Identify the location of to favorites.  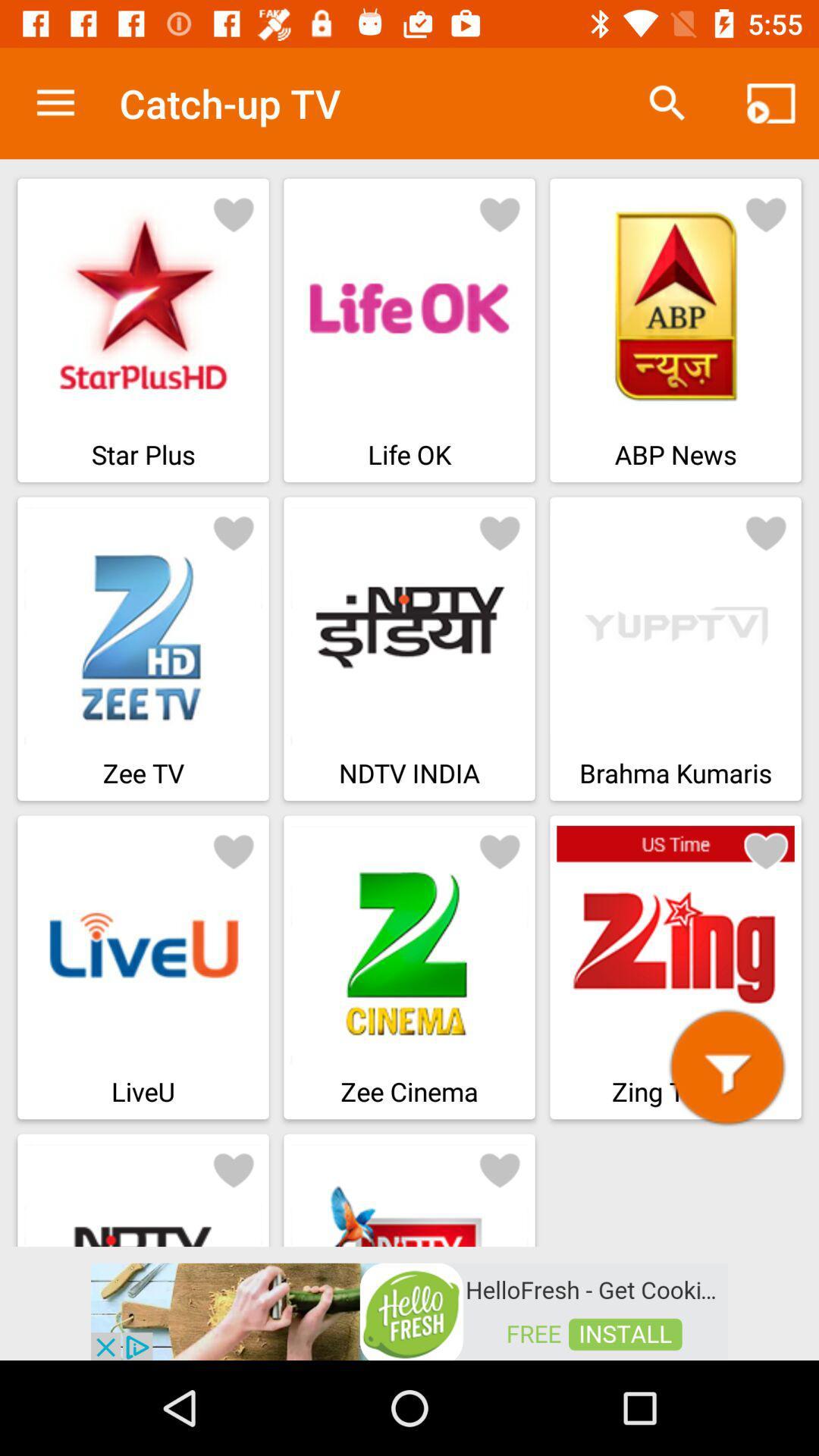
(766, 532).